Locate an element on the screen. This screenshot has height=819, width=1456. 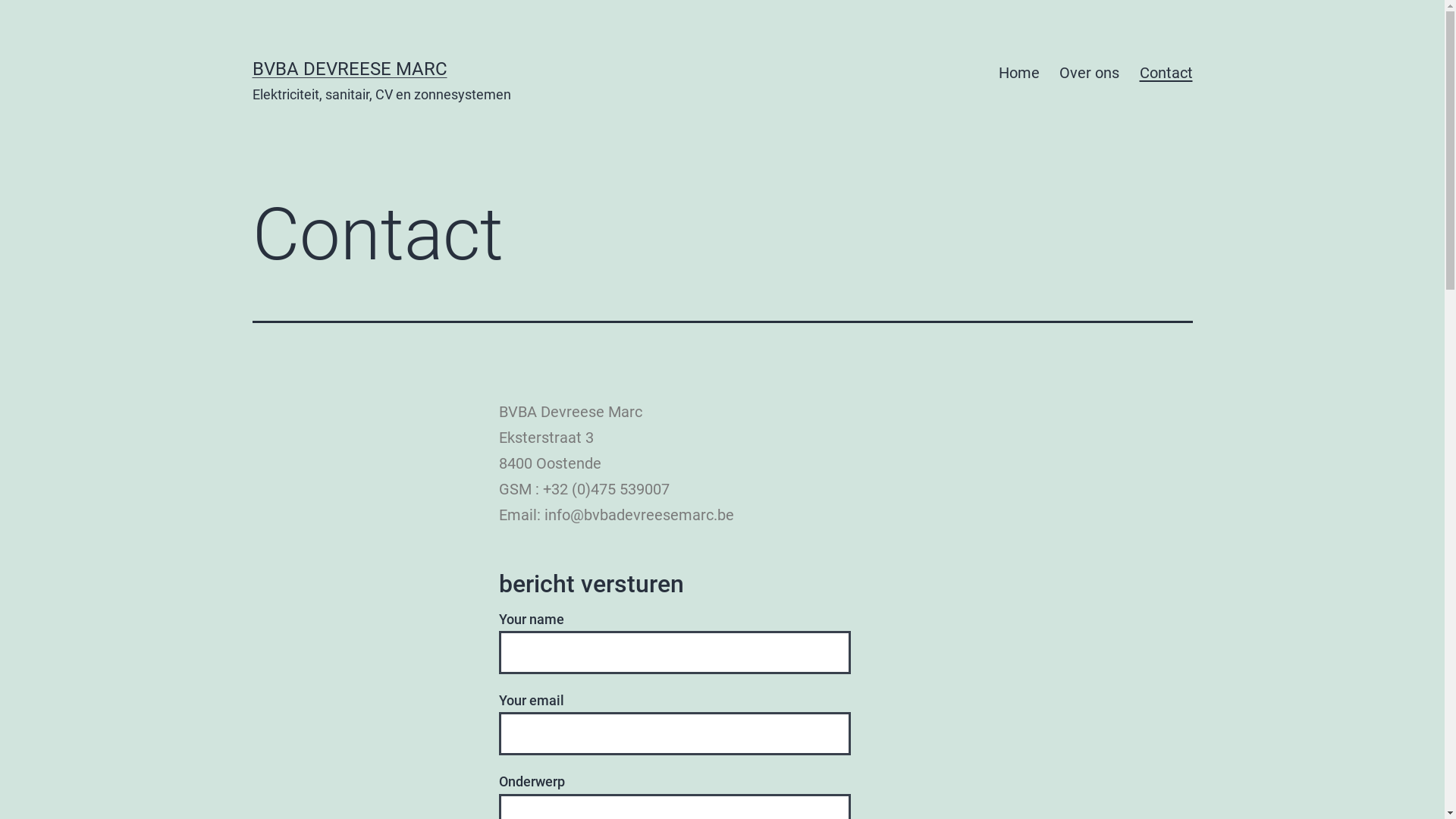
'Over ons' is located at coordinates (1088, 73).